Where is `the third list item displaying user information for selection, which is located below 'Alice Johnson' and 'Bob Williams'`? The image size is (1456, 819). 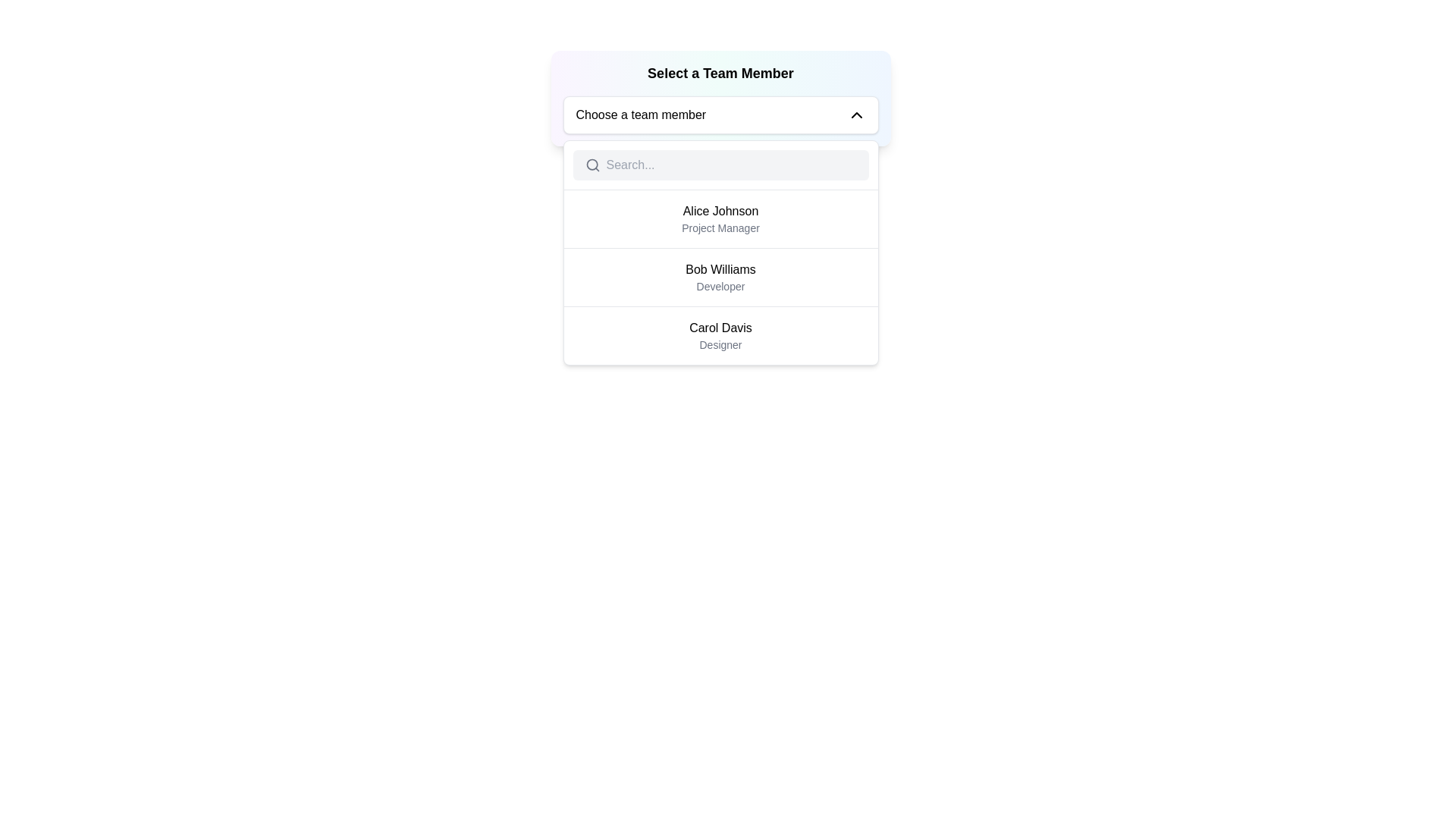 the third list item displaying user information for selection, which is located below 'Alice Johnson' and 'Bob Williams' is located at coordinates (720, 335).